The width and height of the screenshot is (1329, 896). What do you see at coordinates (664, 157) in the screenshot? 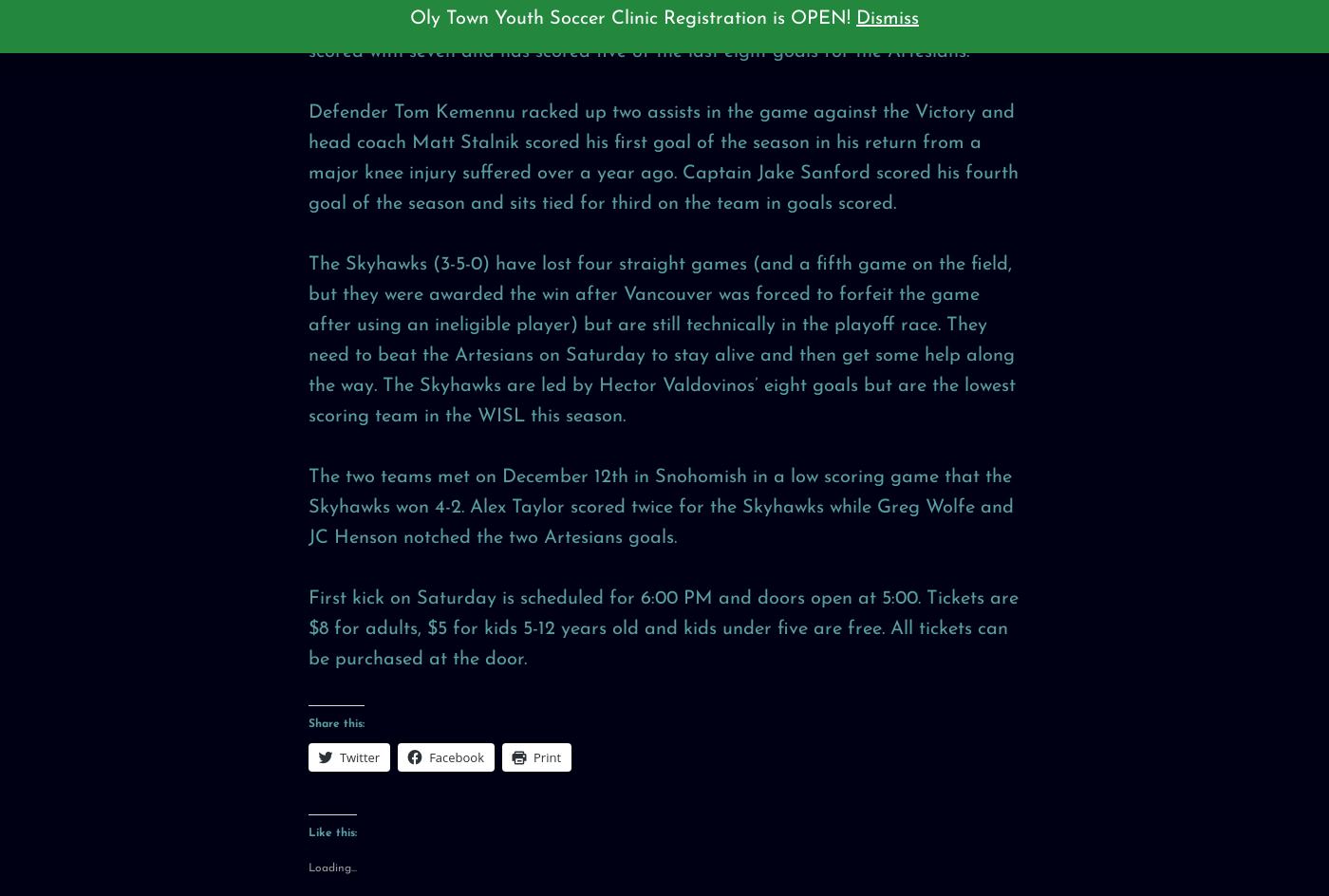
I see `'Defender Tom Kemennu racked up two assists in the game against the Victory and head coach Matt Stalnik scored his first goal of the season in his return from a major knee injury suffered over a year ago. Captain Jake Sanford scored his fourth goal of the season and sits tied for third on the team in goals scored.'` at bounding box center [664, 157].